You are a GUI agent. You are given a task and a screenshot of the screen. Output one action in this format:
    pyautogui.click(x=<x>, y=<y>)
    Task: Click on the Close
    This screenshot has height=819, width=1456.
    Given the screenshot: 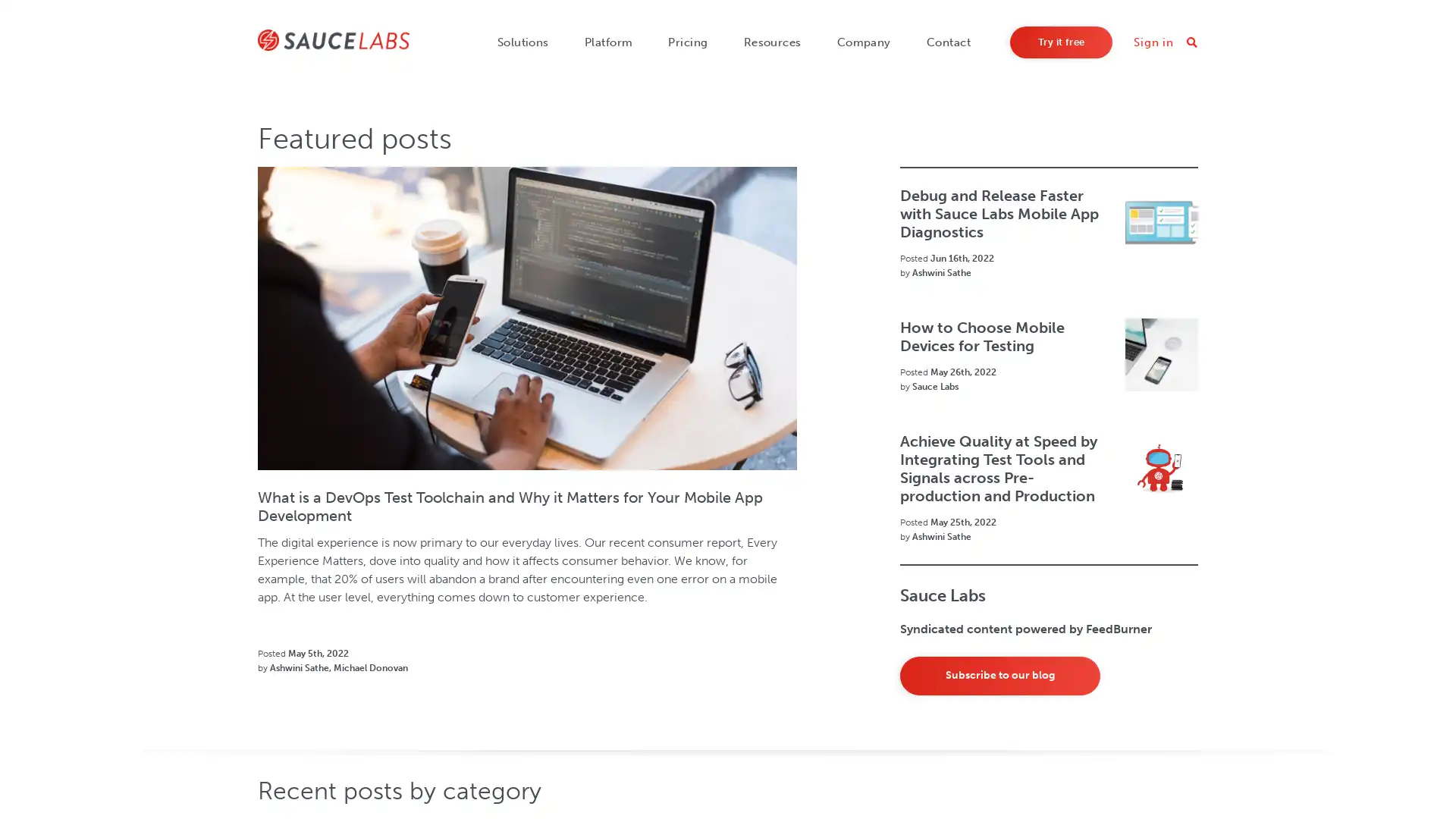 What is the action you would take?
    pyautogui.click(x=1430, y=772)
    